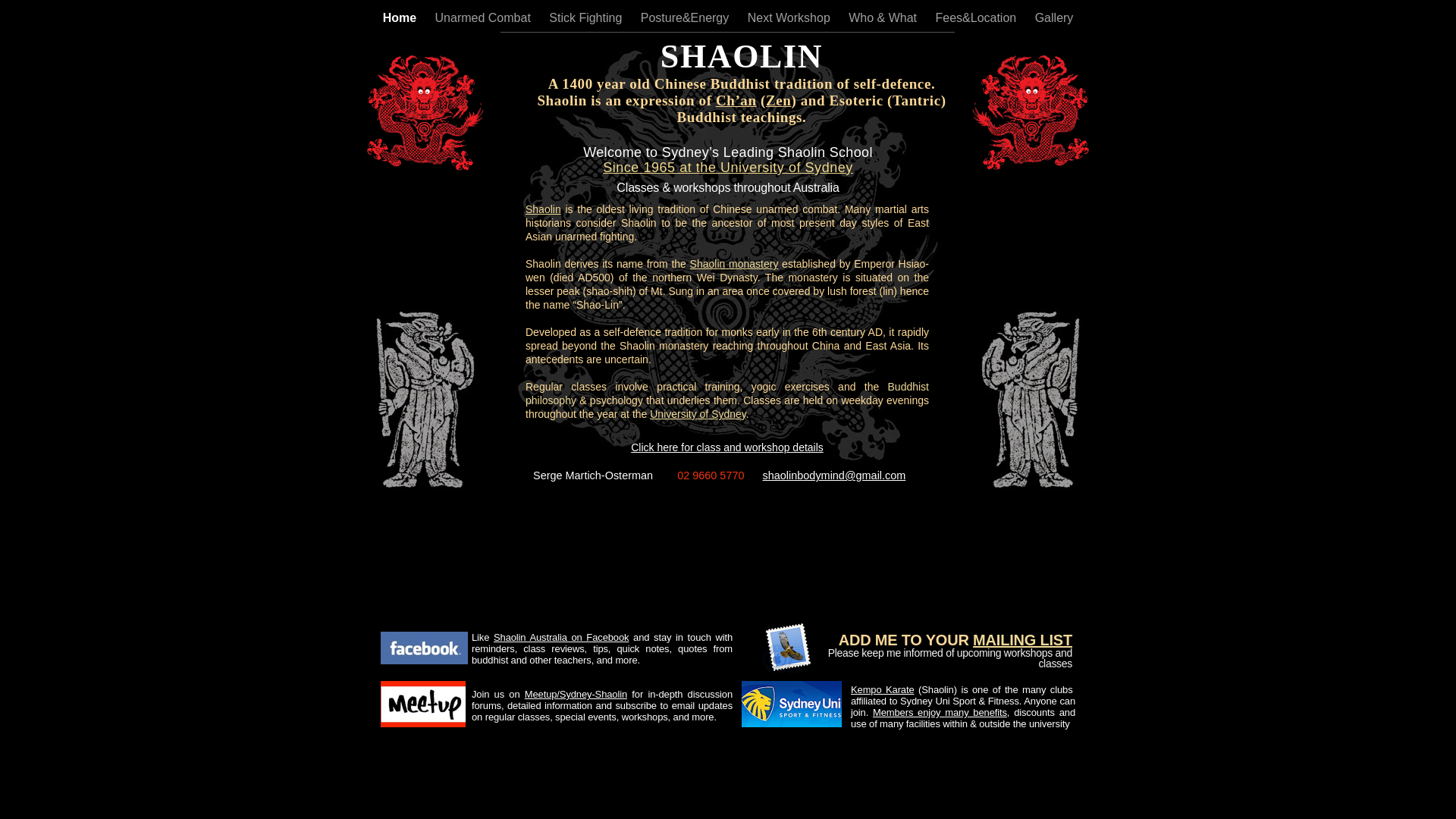  I want to click on 'Kempo Karate', so click(882, 689).